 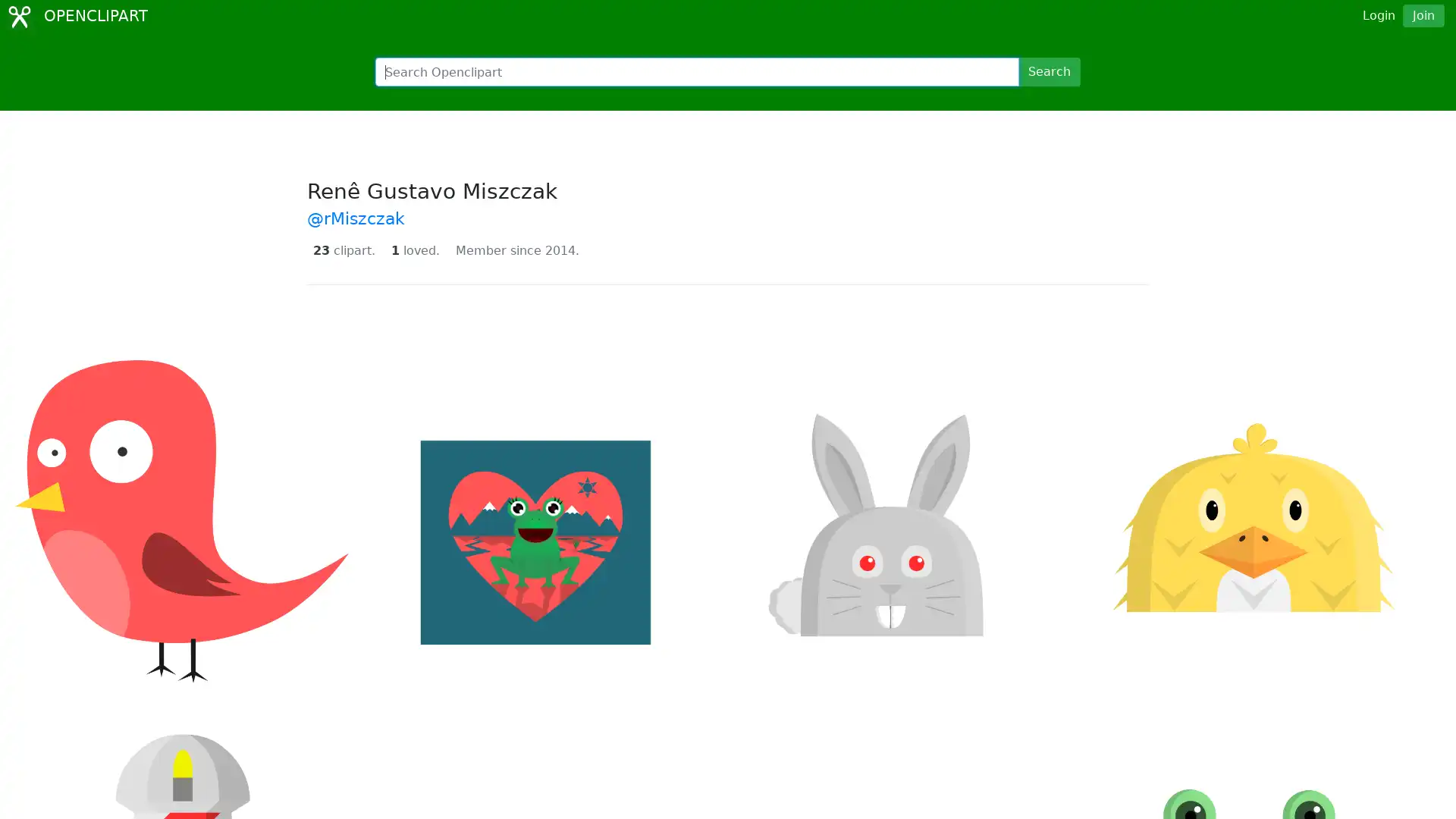 What do you see at coordinates (1048, 72) in the screenshot?
I see `Search` at bounding box center [1048, 72].